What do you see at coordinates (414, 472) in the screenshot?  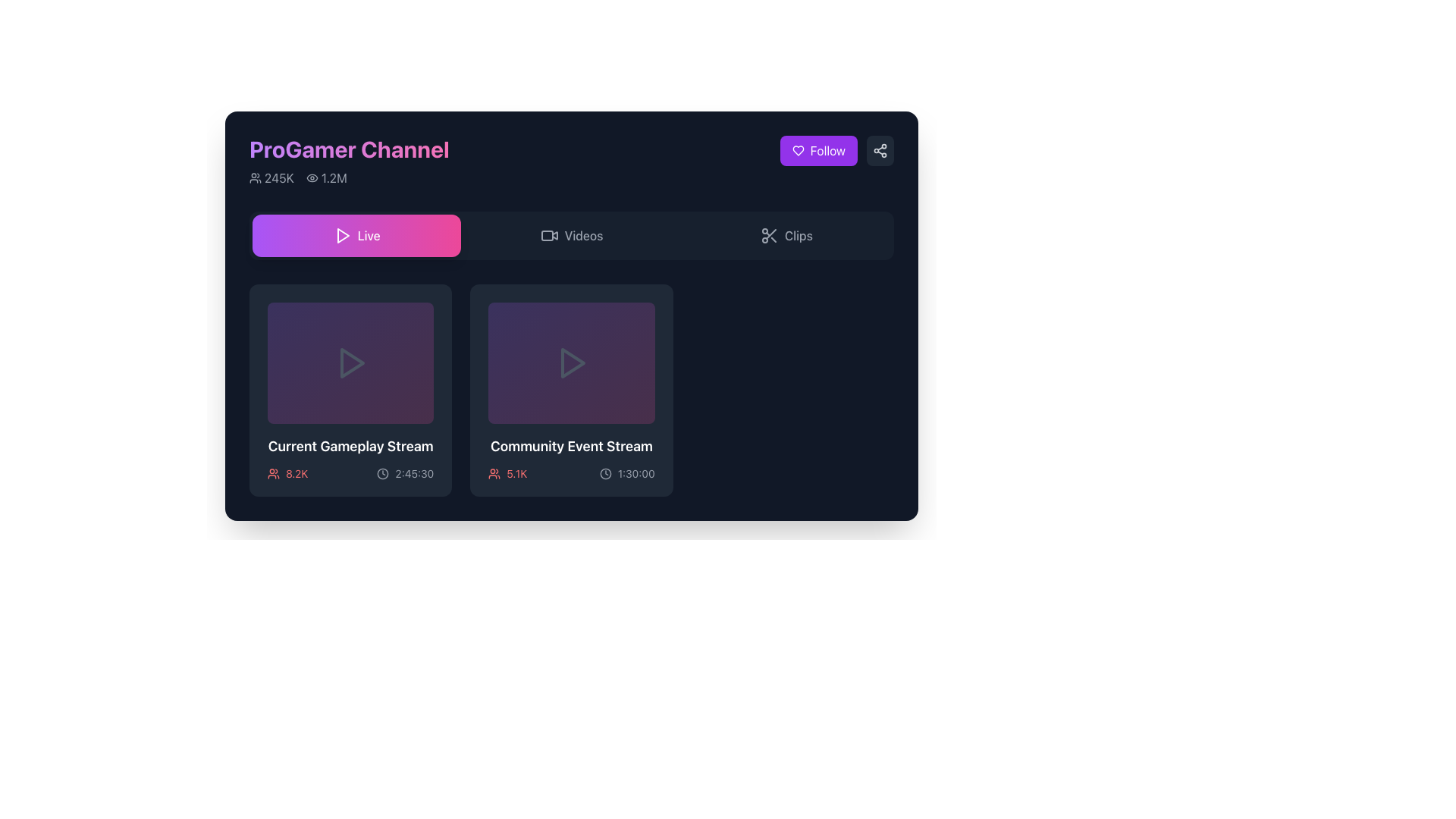 I see `the numerical time display '2:45:30' which is rendered in light gray color against a dark background and is located beneath the 'Current Gameplay Stream' thumbnail` at bounding box center [414, 472].